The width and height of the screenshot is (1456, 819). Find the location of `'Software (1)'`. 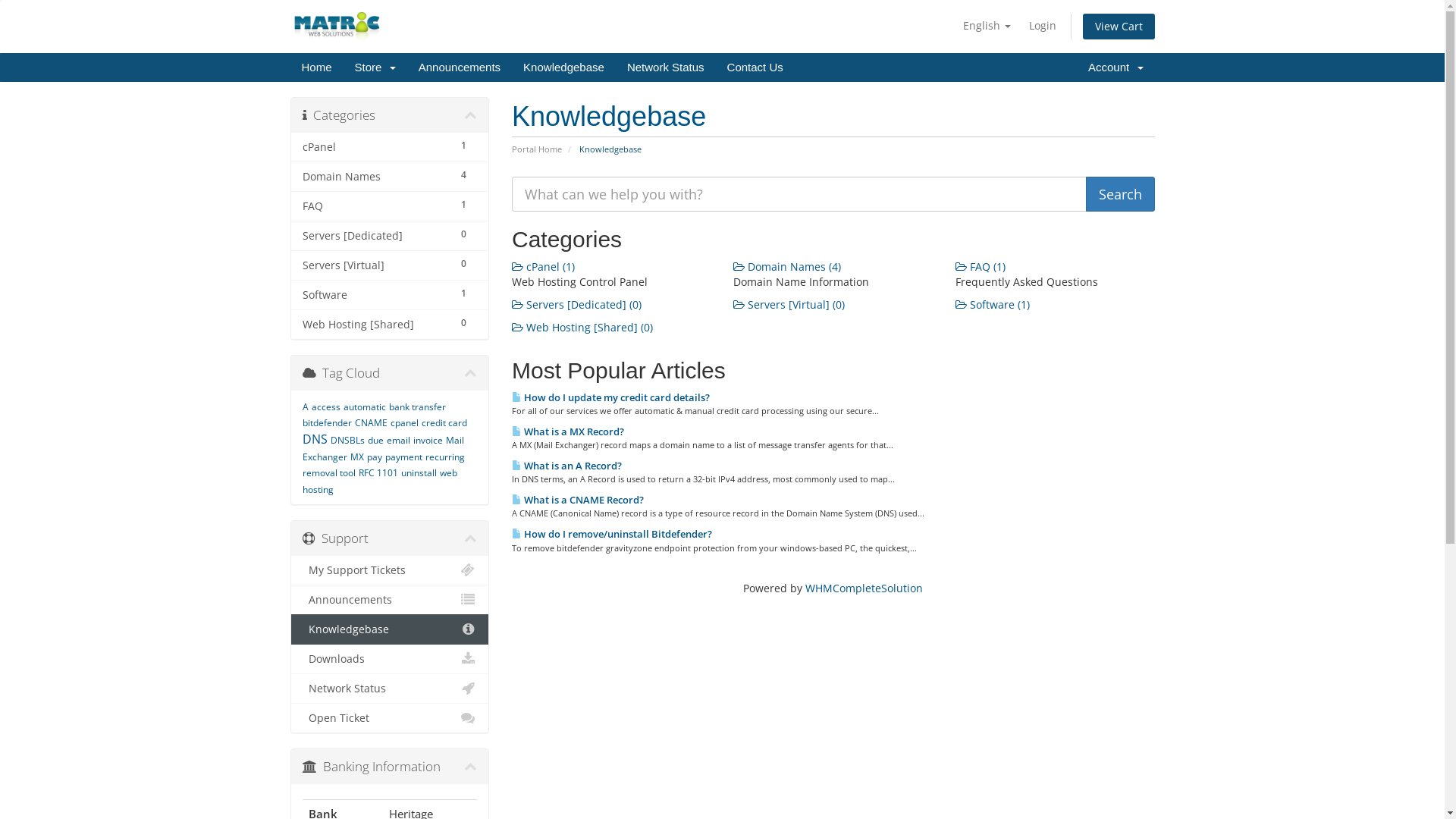

'Software (1)' is located at coordinates (993, 304).